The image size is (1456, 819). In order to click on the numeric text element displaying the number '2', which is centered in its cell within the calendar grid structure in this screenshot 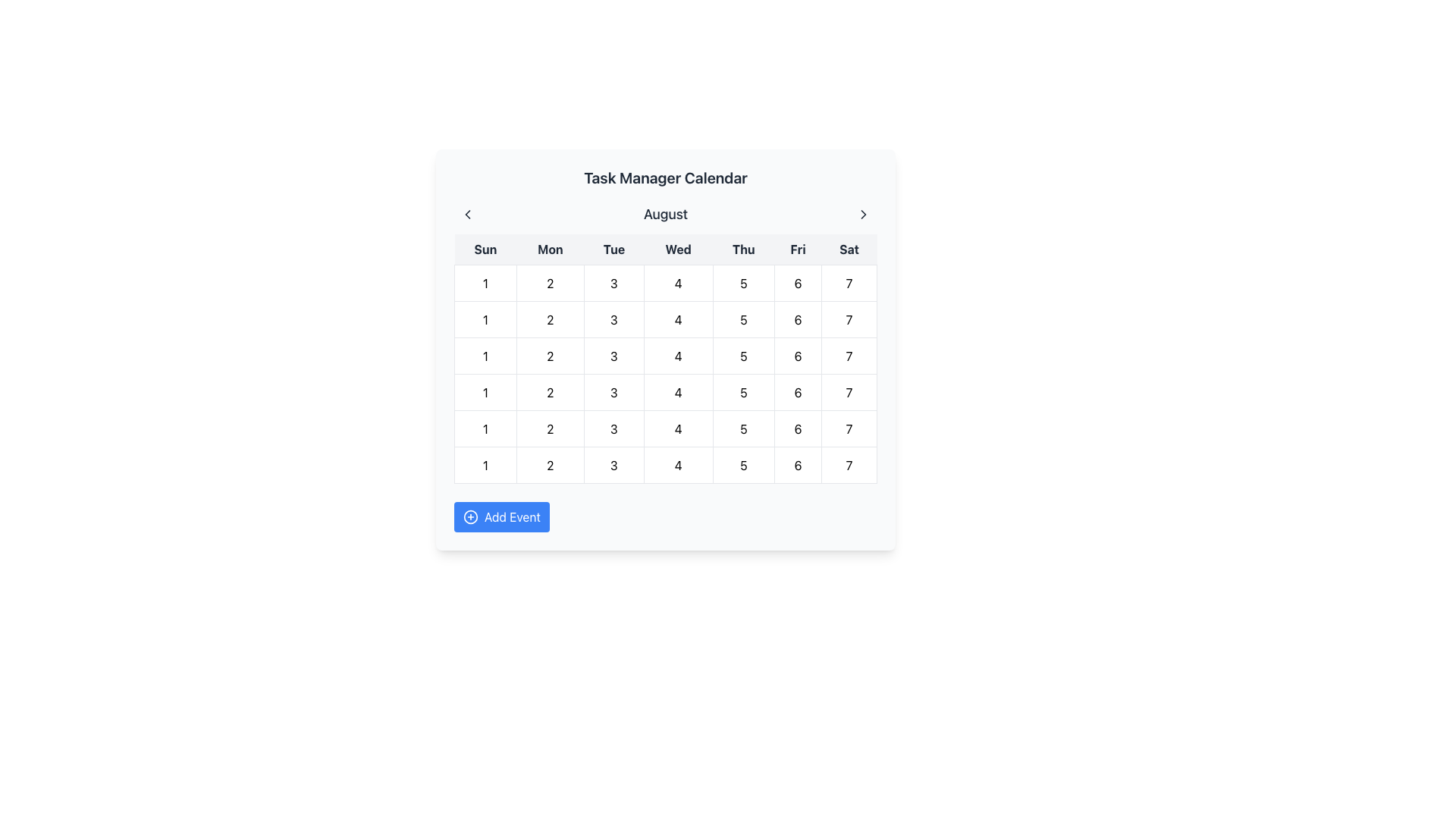, I will do `click(549, 464)`.